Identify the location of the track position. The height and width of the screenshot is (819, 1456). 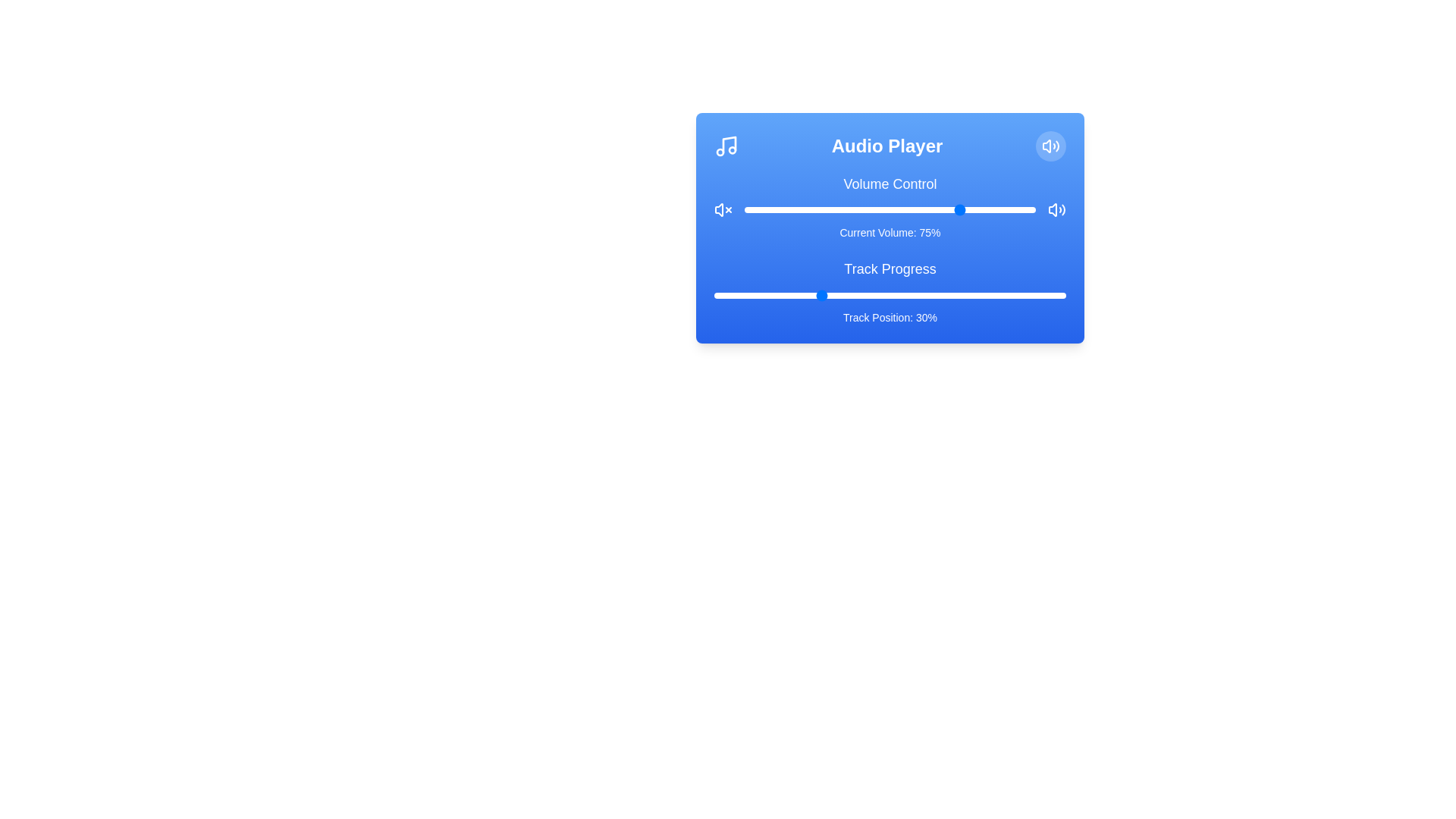
(956, 295).